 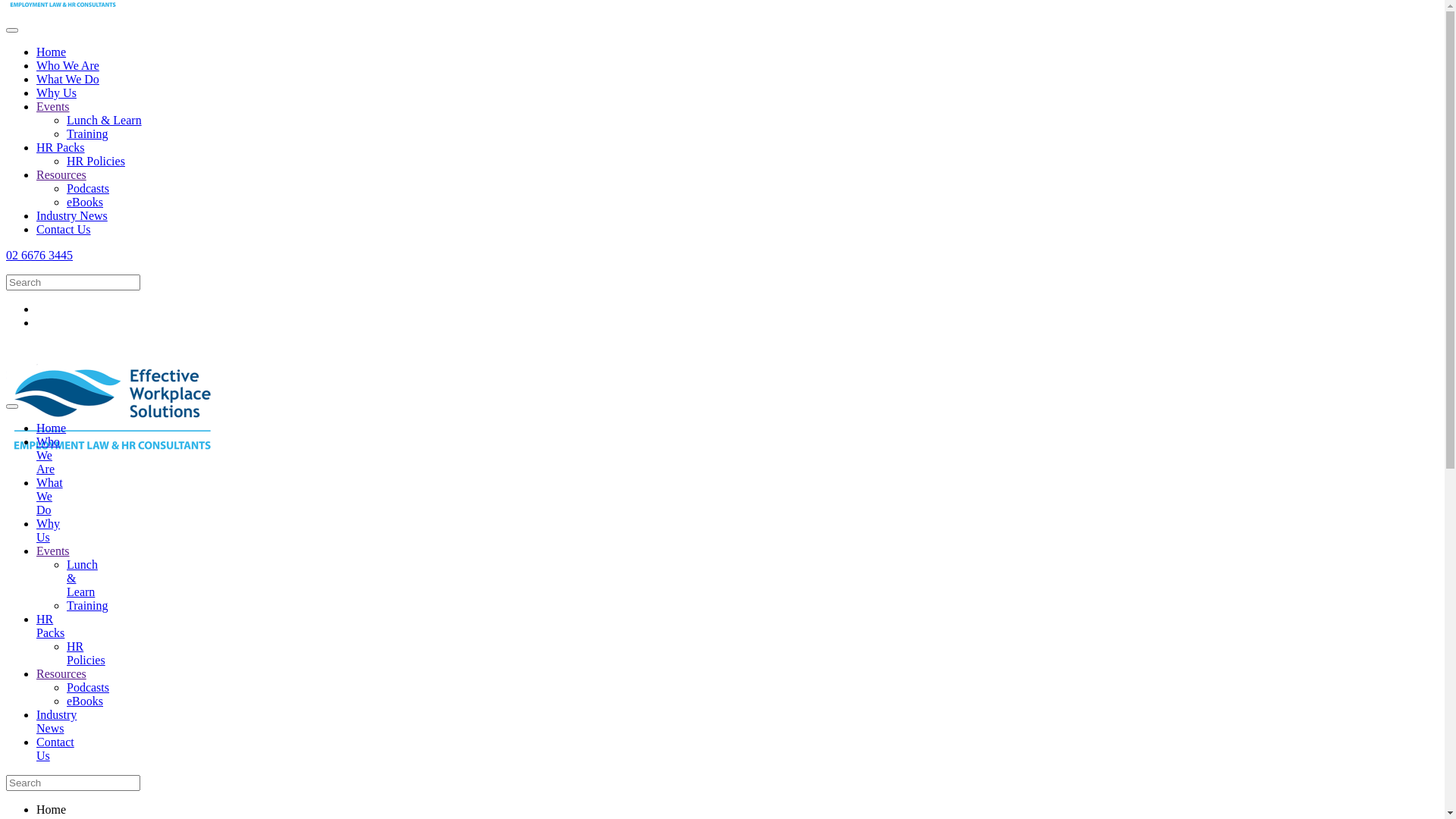 What do you see at coordinates (55, 748) in the screenshot?
I see `'Contact Us'` at bounding box center [55, 748].